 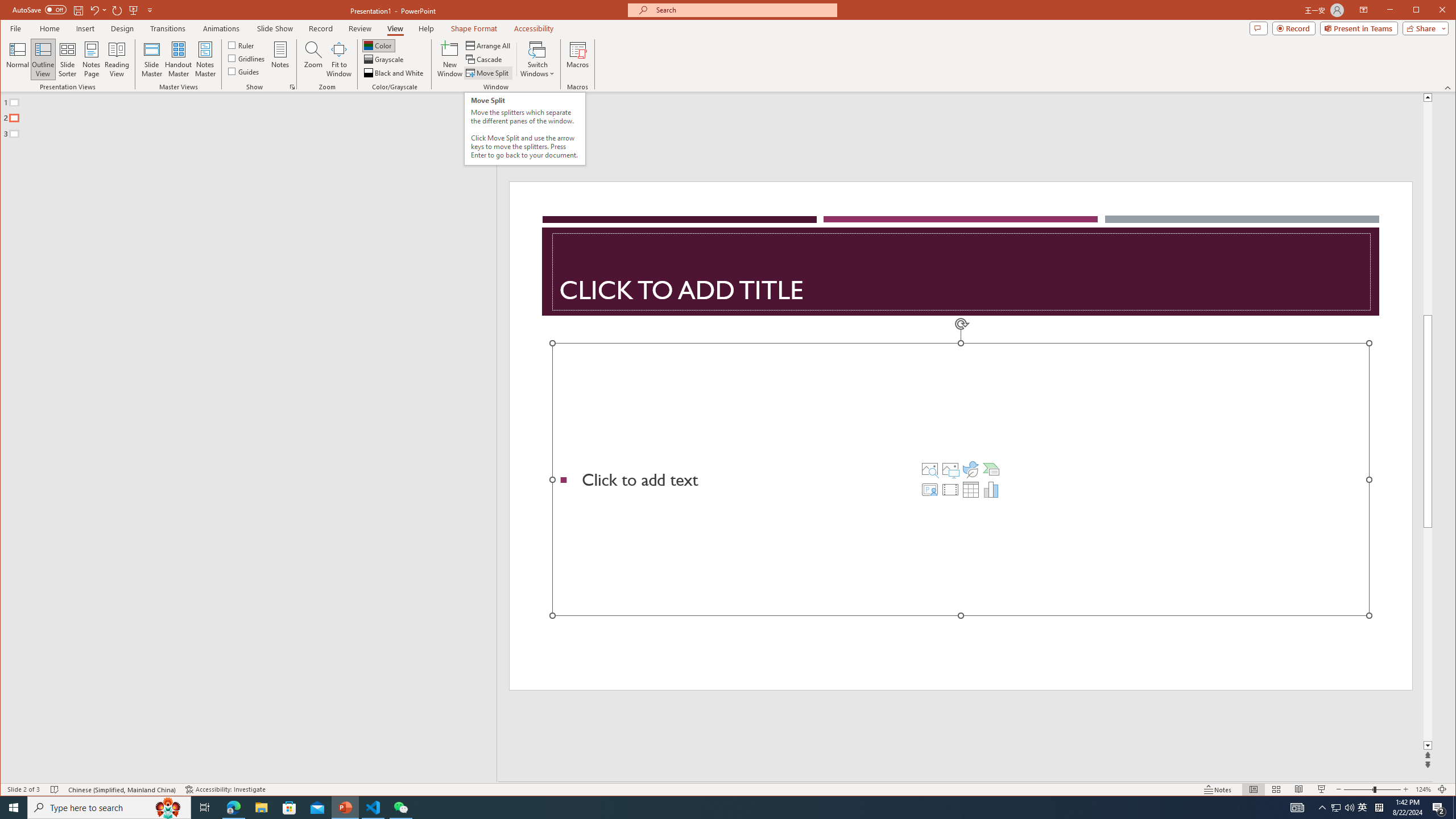 I want to click on 'Insert Table', so click(x=971, y=490).